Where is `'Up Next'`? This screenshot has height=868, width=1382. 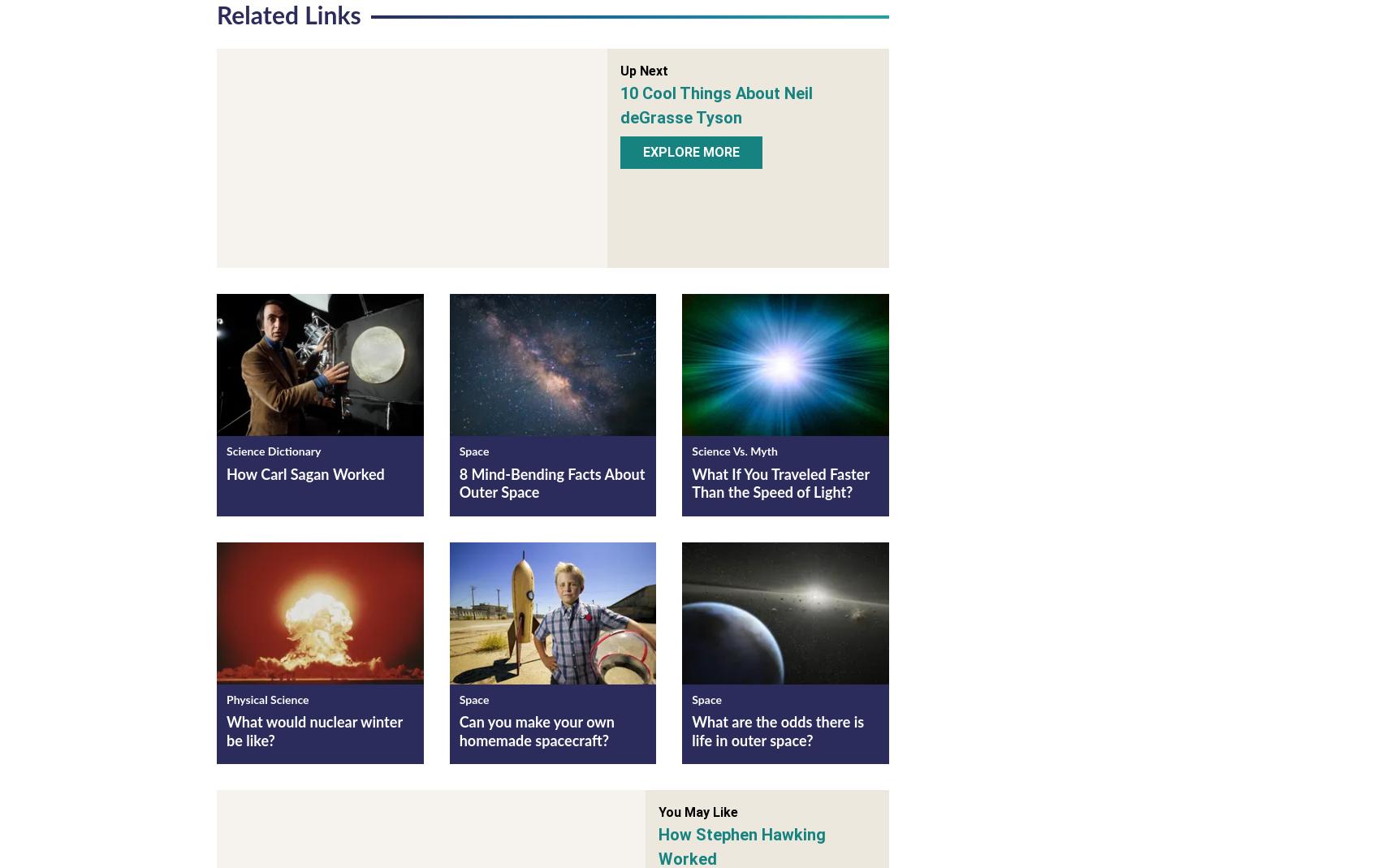 'Up Next' is located at coordinates (643, 72).